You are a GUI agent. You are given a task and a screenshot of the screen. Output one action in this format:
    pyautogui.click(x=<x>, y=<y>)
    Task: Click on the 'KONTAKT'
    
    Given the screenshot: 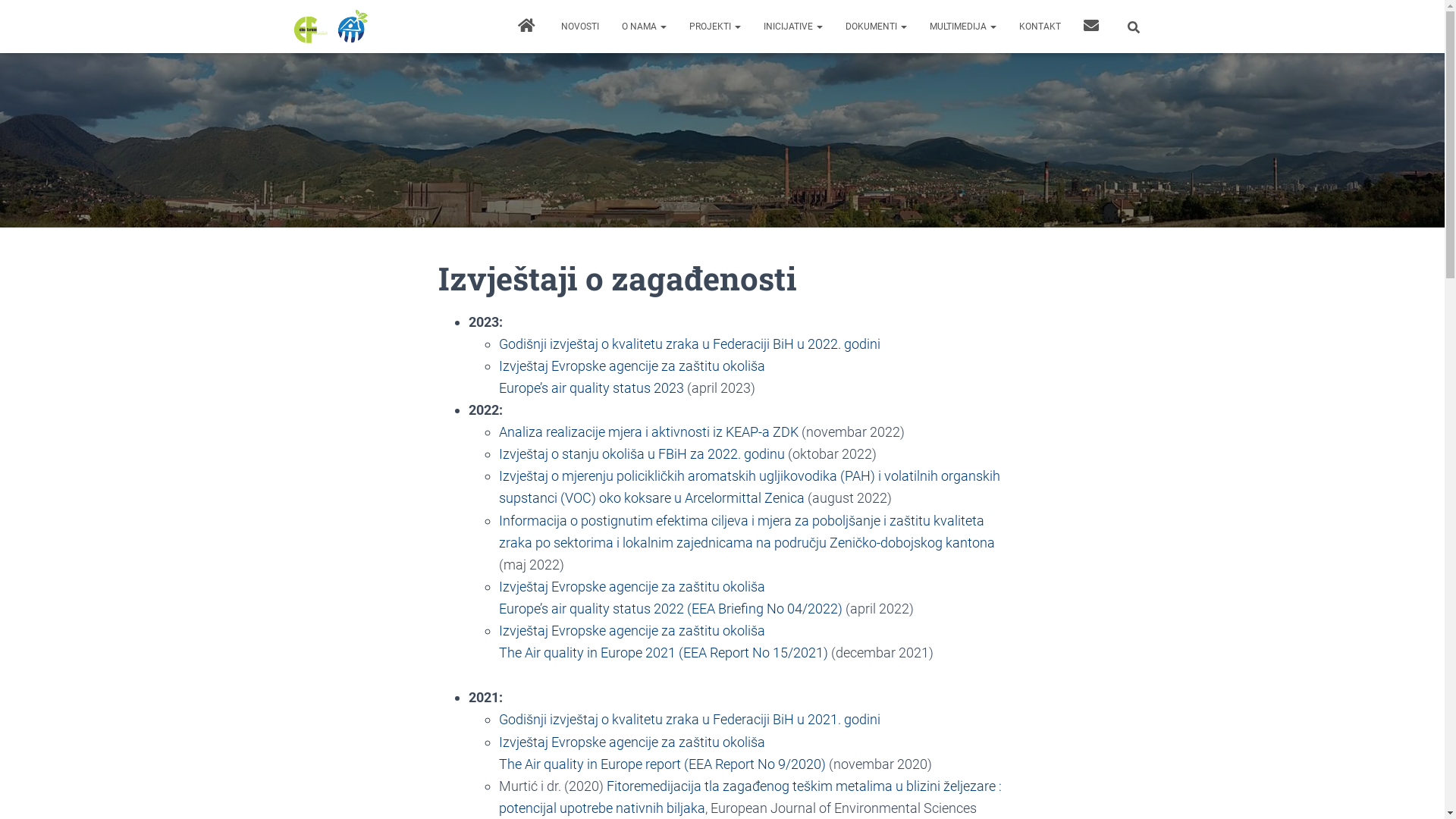 What is the action you would take?
    pyautogui.click(x=1038, y=26)
    